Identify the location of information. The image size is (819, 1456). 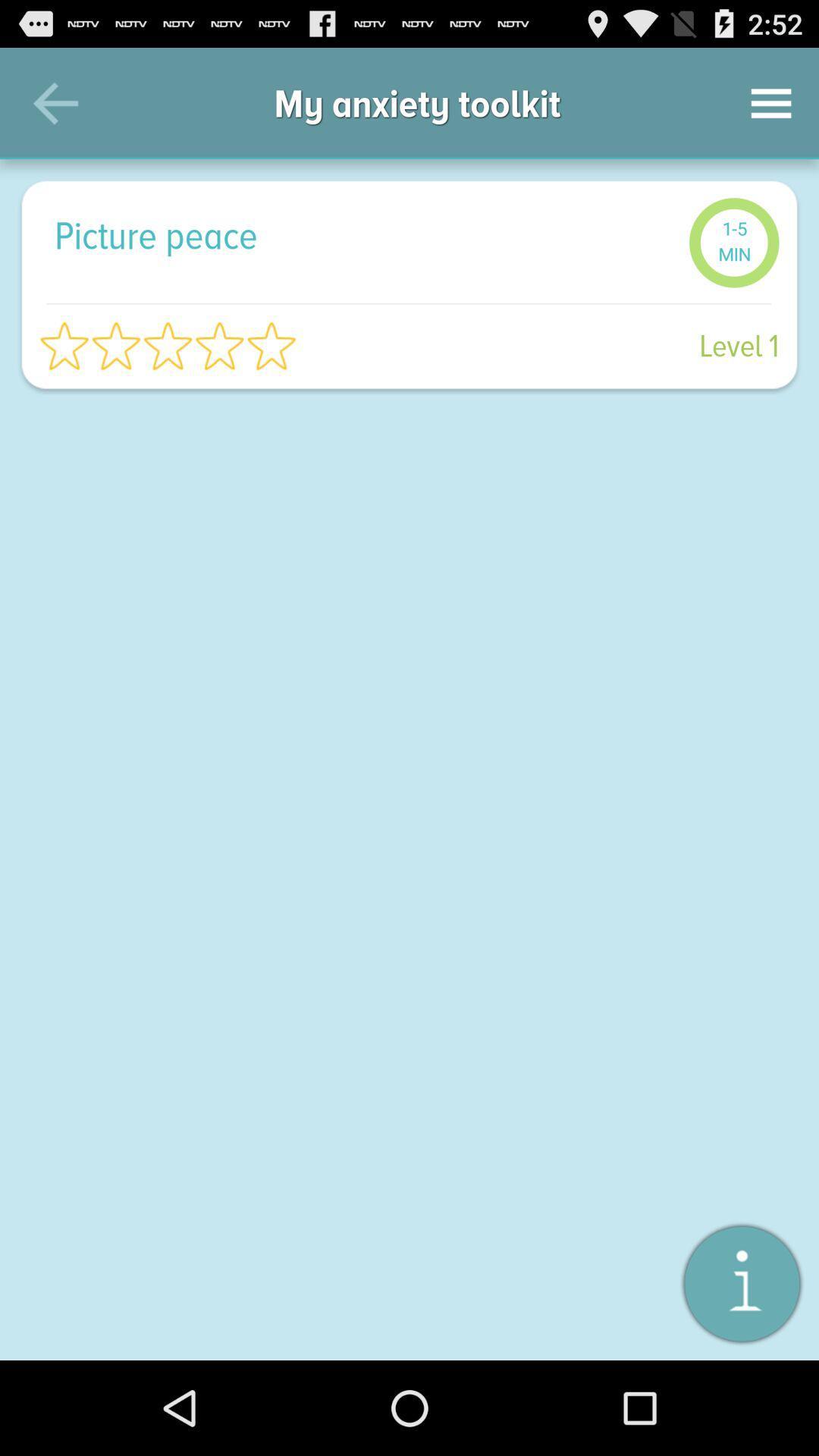
(741, 1282).